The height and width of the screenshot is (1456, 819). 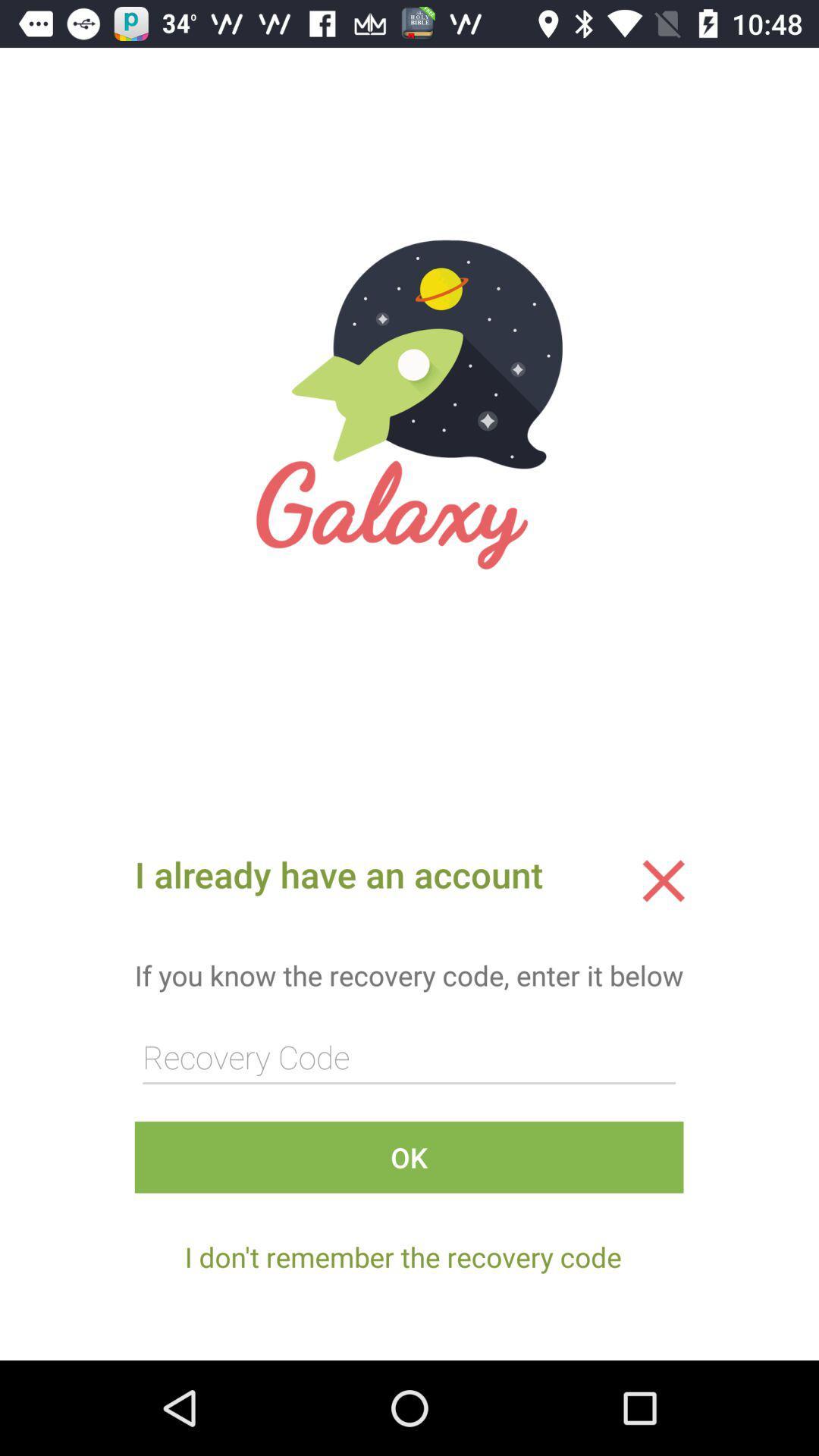 What do you see at coordinates (663, 880) in the screenshot?
I see `the close icon` at bounding box center [663, 880].